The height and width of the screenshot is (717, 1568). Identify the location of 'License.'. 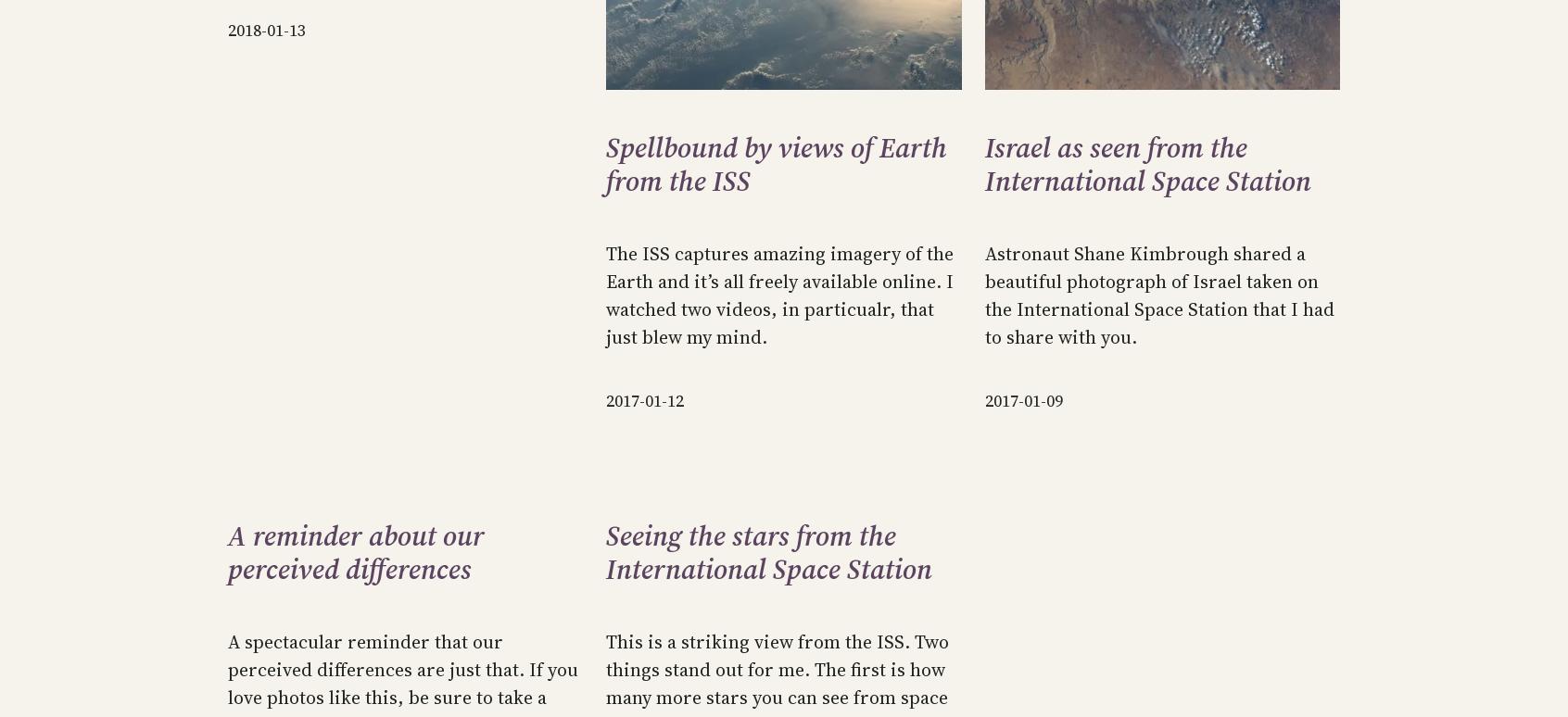
(1344, 120).